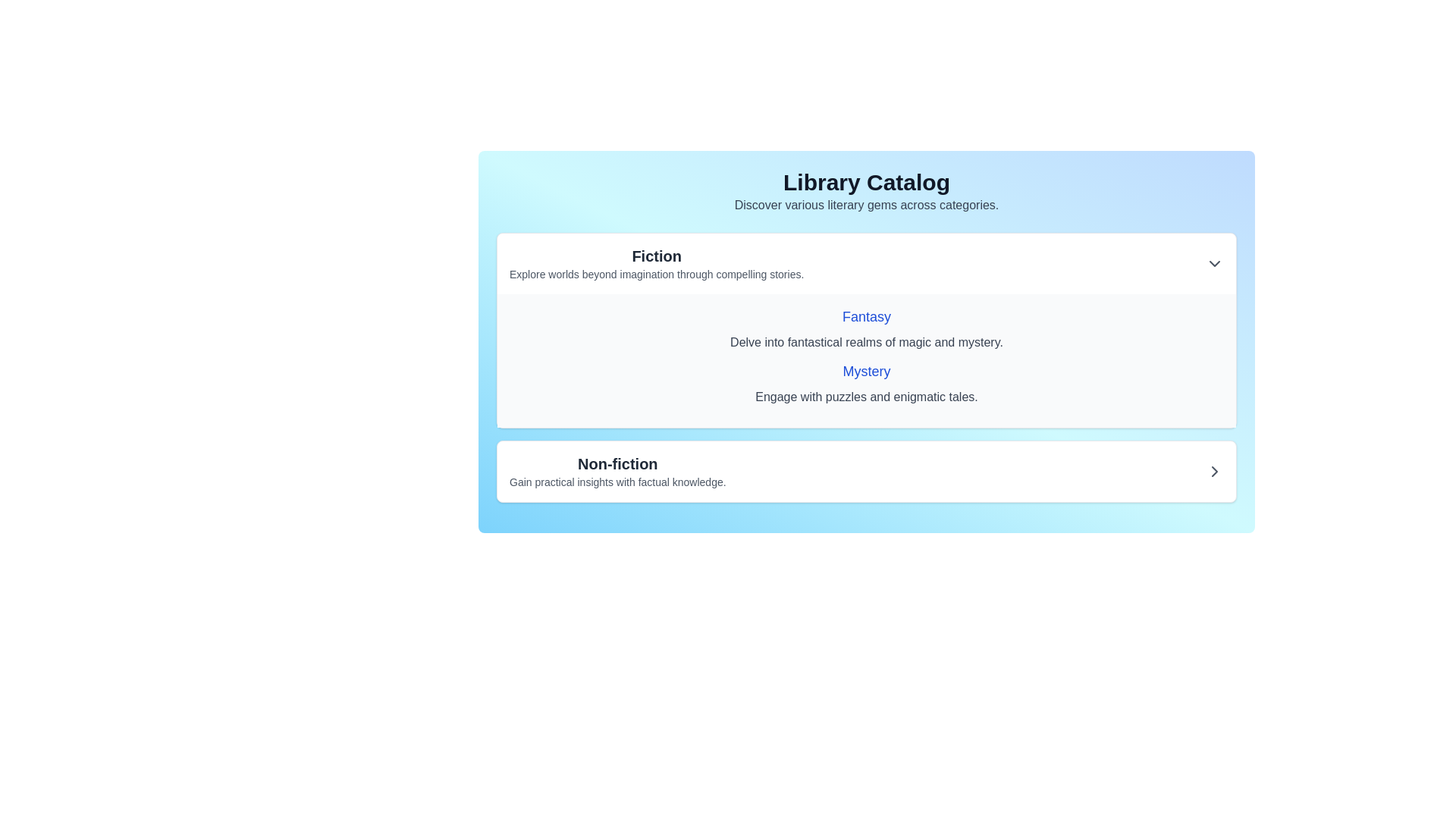 The width and height of the screenshot is (1456, 819). I want to click on the rightwards chevron icon adjacent to the 'Non-fiction' section, so click(1215, 470).